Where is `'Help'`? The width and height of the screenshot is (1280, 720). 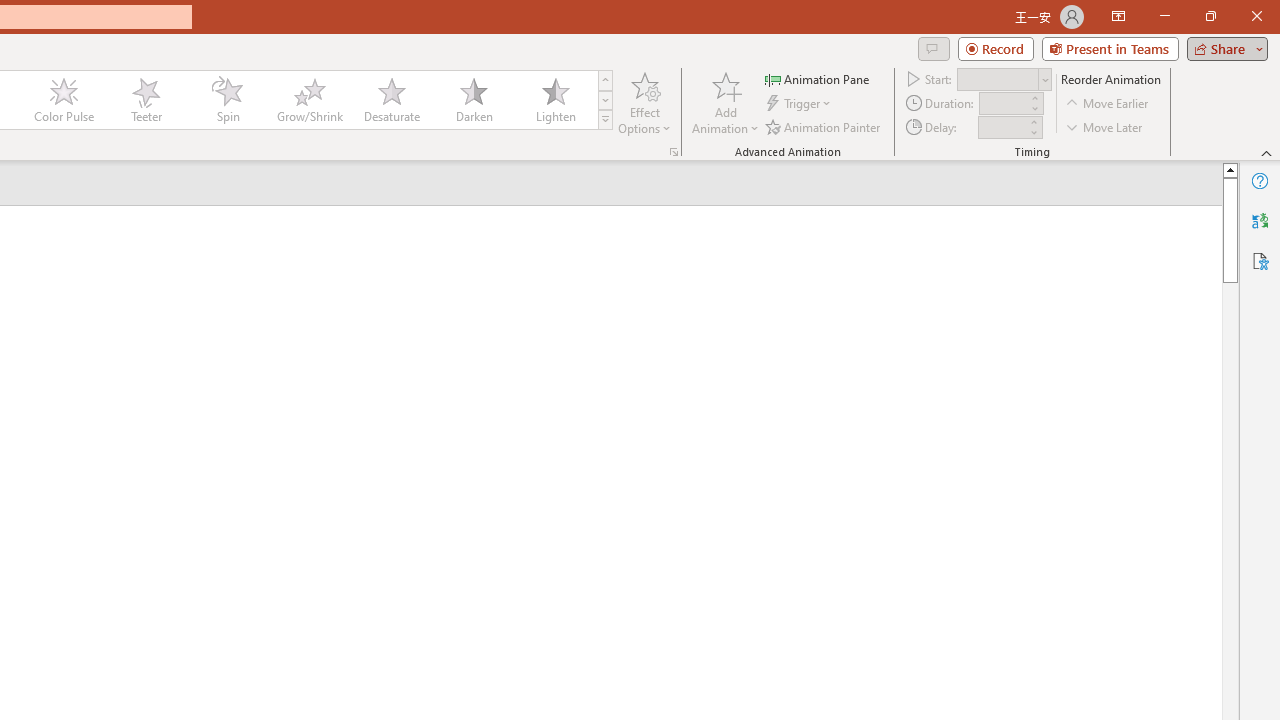
'Help' is located at coordinates (1259, 181).